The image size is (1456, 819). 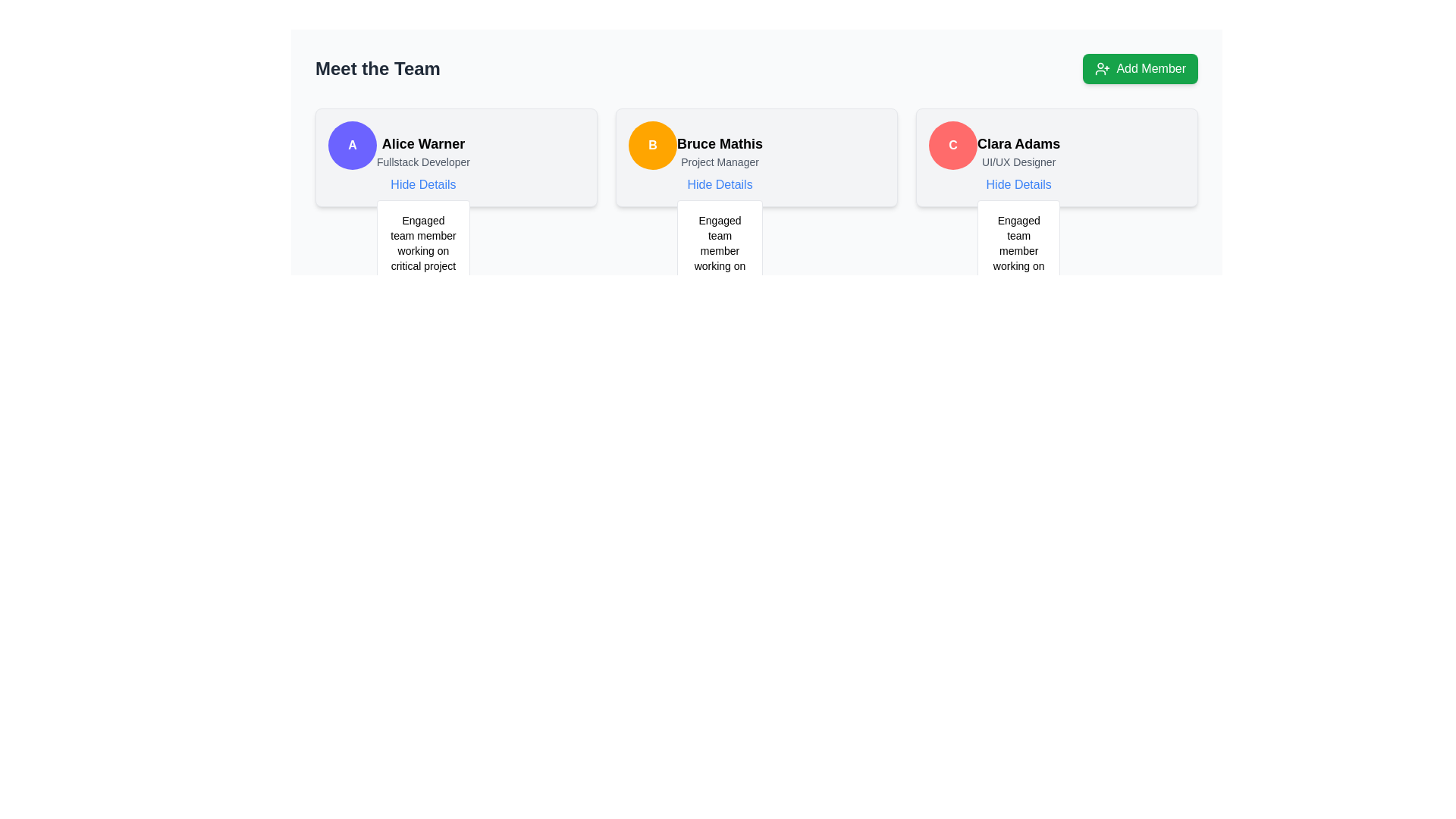 What do you see at coordinates (652, 146) in the screenshot?
I see `the Avatar placeholder representing Bruce Mathis's initial in the top-left corner of his card, if interaction is enabled` at bounding box center [652, 146].